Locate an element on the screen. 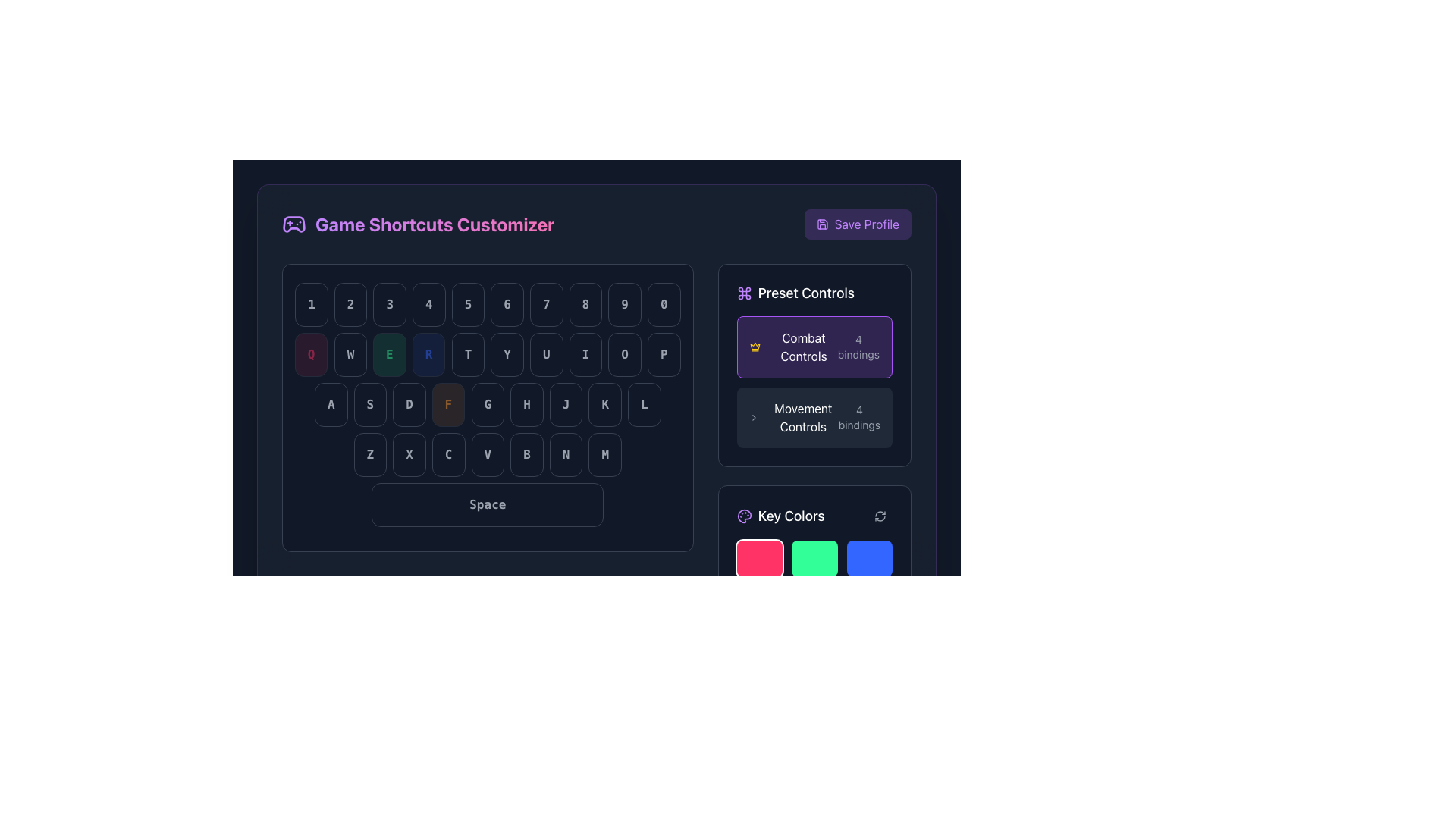  the appearance of the gaming customization icon located in the top-left corner next to the title 'Game Shortcuts Customizer' is located at coordinates (294, 224).